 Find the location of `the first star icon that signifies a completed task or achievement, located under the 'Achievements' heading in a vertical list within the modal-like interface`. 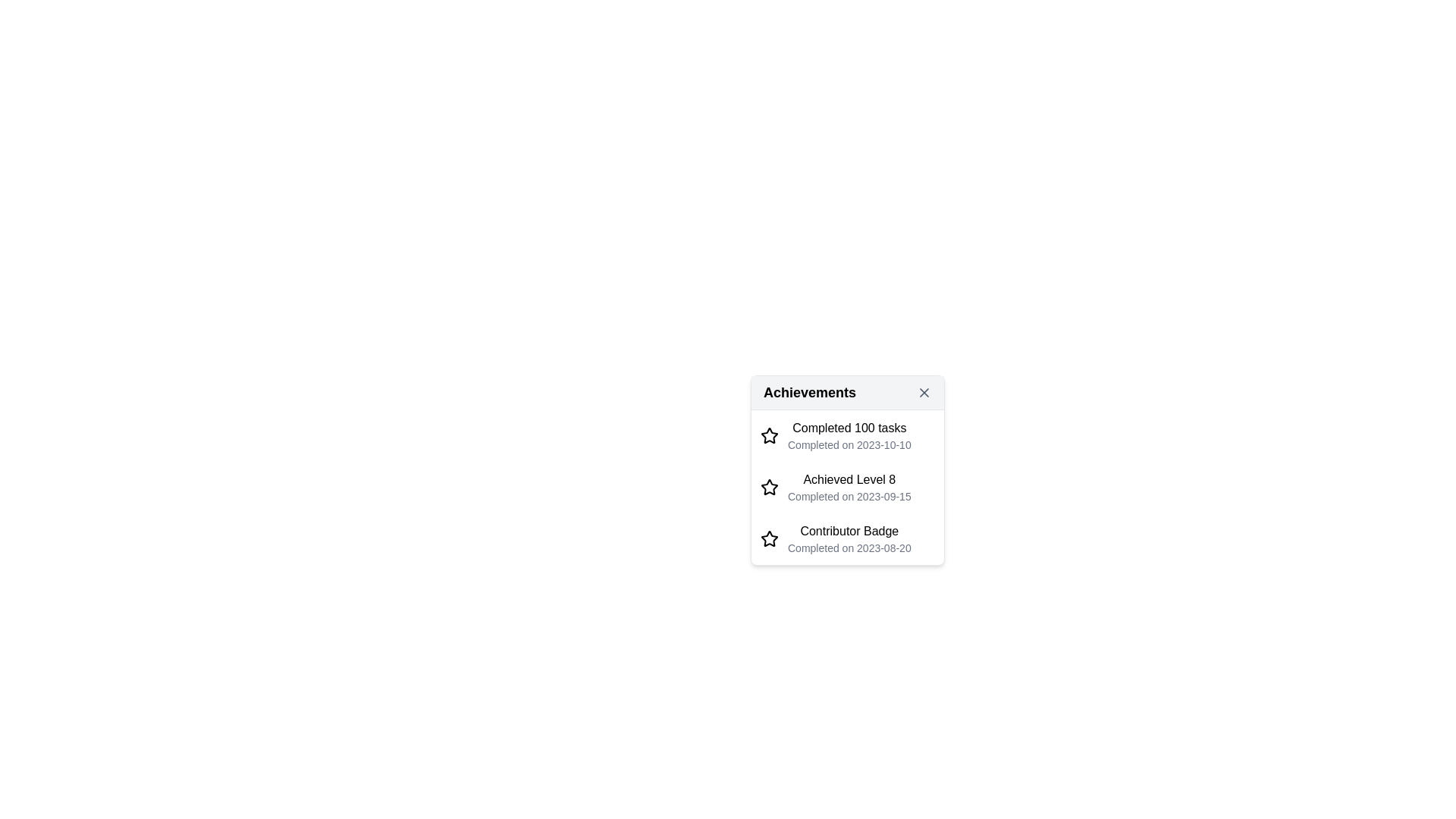

the first star icon that signifies a completed task or achievement, located under the 'Achievements' heading in a vertical list within the modal-like interface is located at coordinates (769, 435).